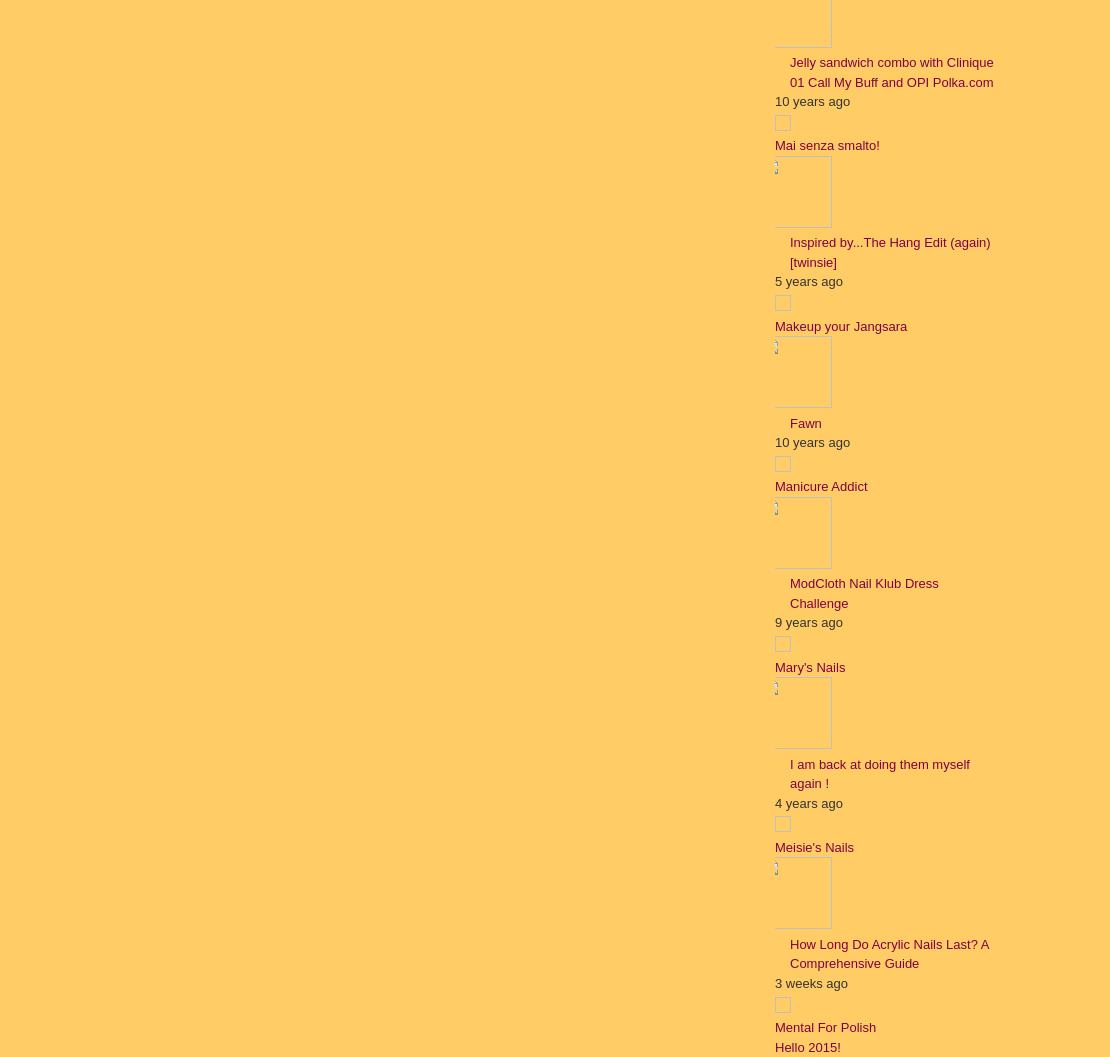 Image resolution: width=1110 pixels, height=1057 pixels. What do you see at coordinates (889, 250) in the screenshot?
I see `'Inspired by...The Hang Edit (again) [twinsie]'` at bounding box center [889, 250].